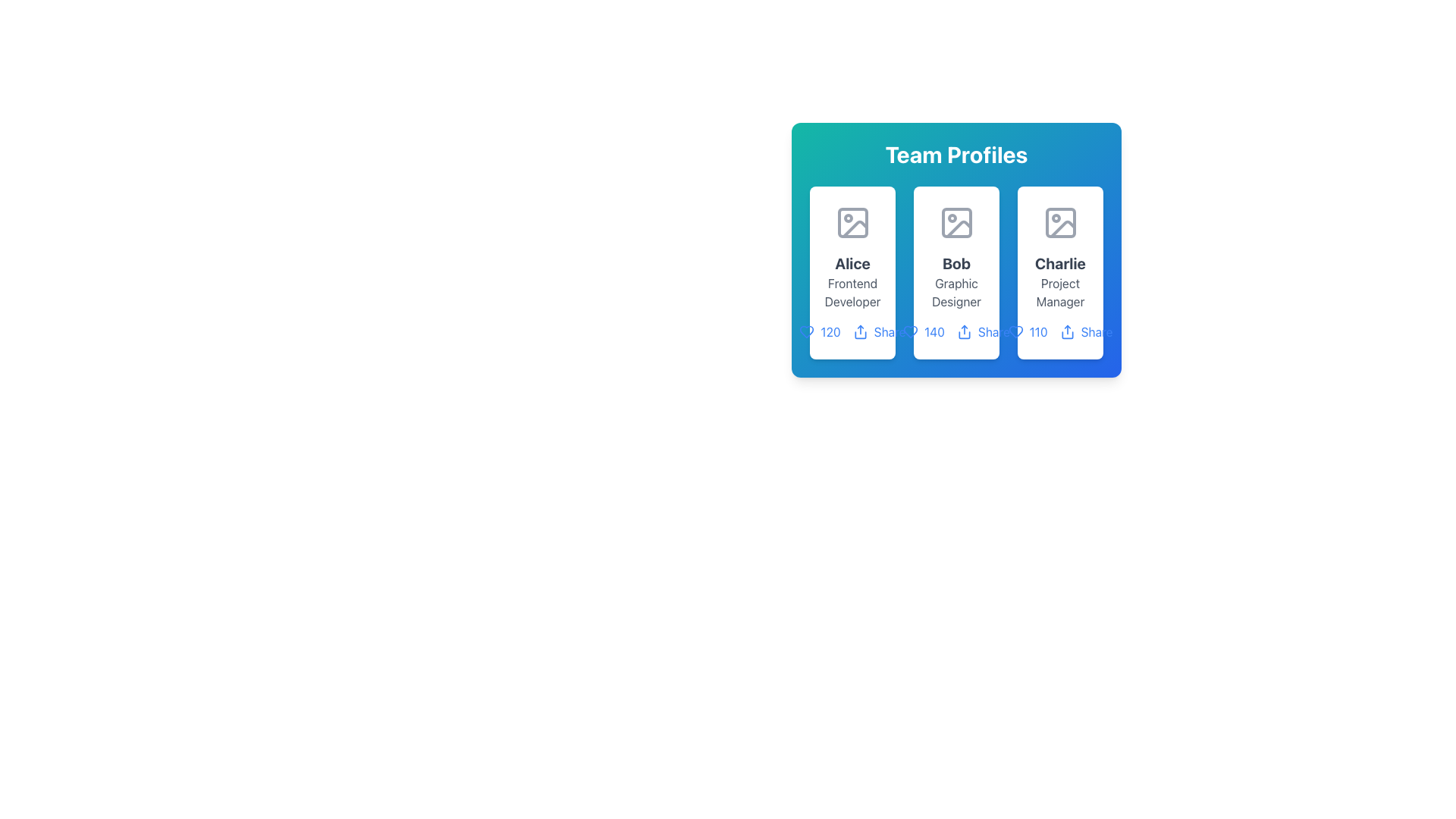 The height and width of the screenshot is (819, 1456). I want to click on the share icon located at the bottom of Alice's profile card, which is part of the interactive control set for sharing options, so click(852, 331).